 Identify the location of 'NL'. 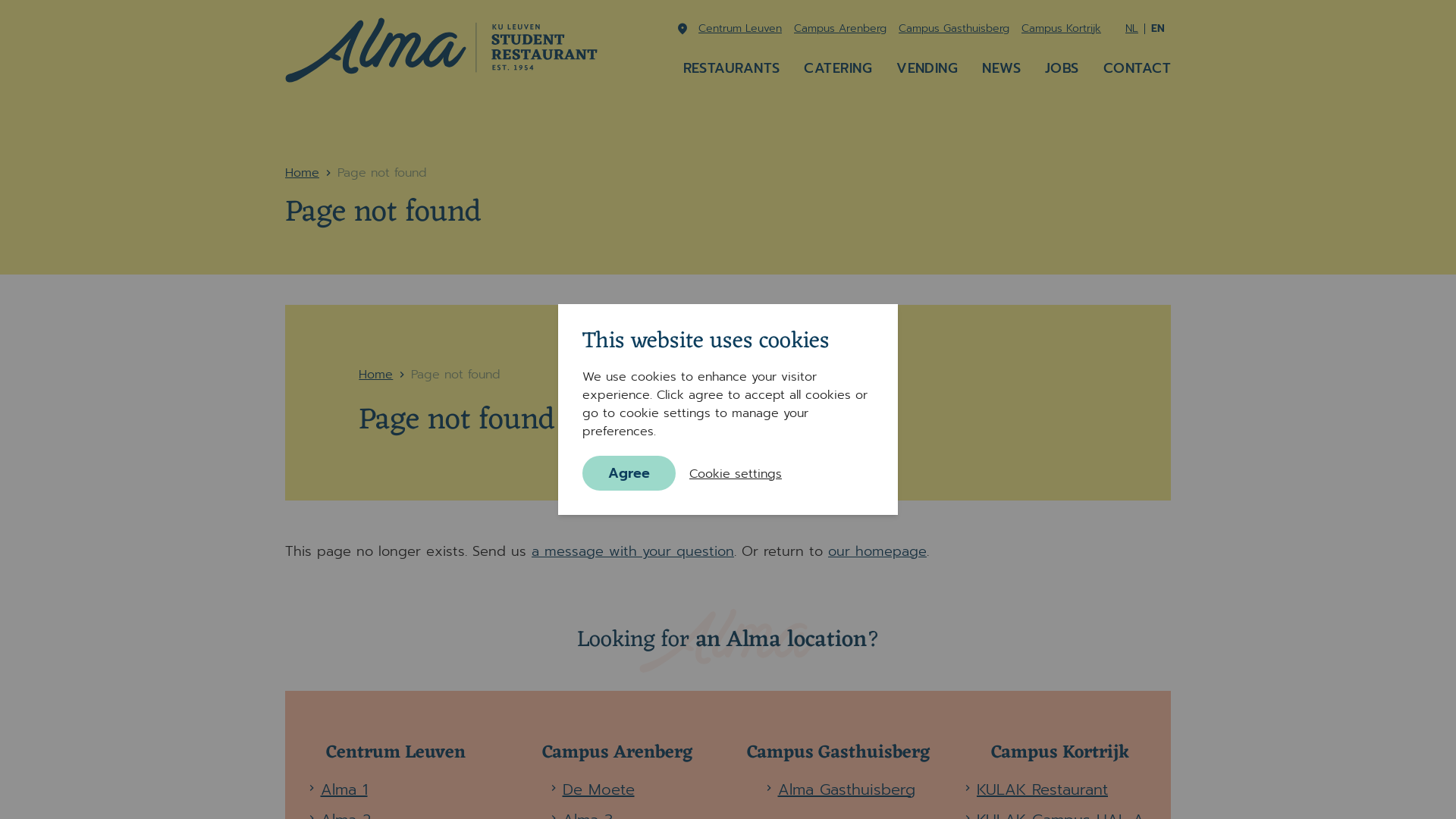
(1131, 28).